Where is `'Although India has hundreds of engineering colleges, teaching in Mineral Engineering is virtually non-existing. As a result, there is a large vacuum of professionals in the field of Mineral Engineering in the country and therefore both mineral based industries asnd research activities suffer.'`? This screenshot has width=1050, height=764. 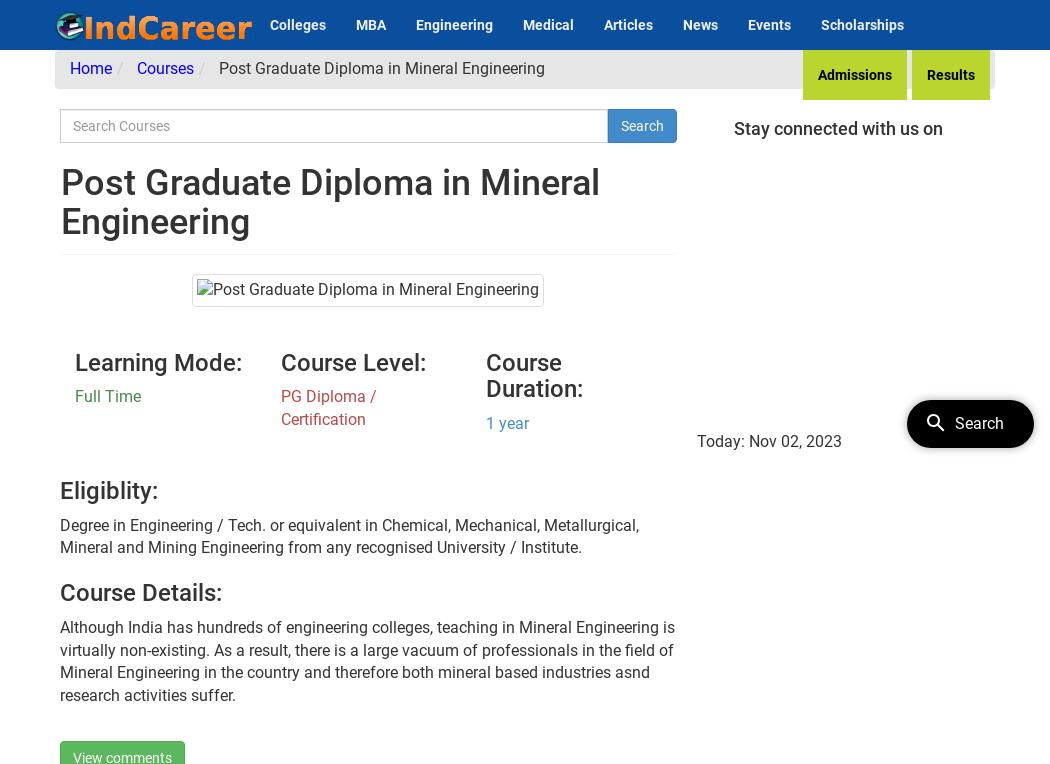
'Although India has hundreds of engineering colleges, teaching in Mineral Engineering is virtually non-existing. As a result, there is a large vacuum of professionals in the field of Mineral Engineering in the country and therefore both mineral based industries asnd research activities suffer.' is located at coordinates (366, 661).